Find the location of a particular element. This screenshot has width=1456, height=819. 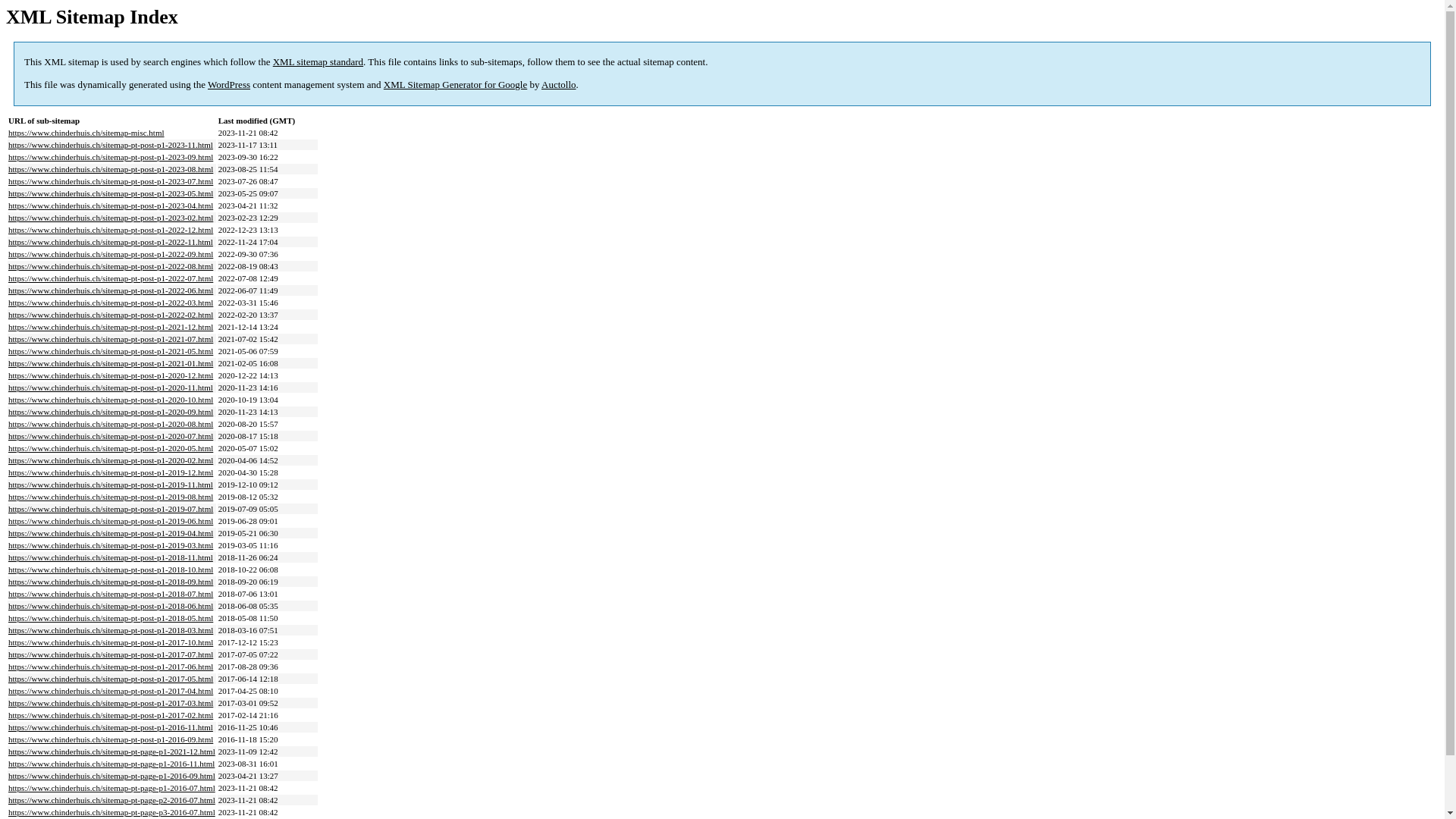

'https://www.chinderhuis.ch/sitemap-pt-post-p1-2022-02.html' is located at coordinates (109, 314).